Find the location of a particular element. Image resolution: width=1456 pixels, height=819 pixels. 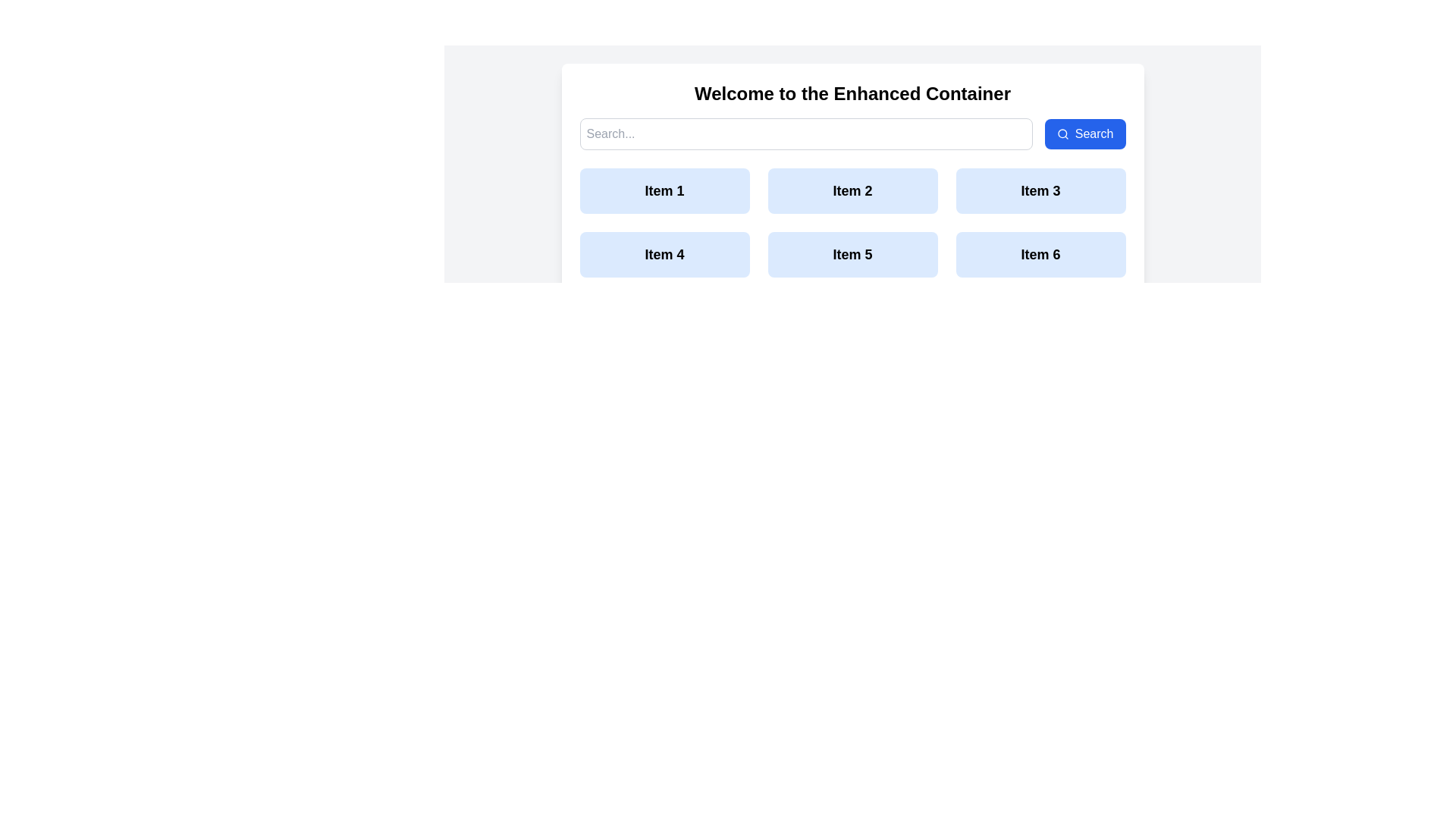

the search icon located to the left of the 'Search' text in the top-right corner of the application is located at coordinates (1062, 133).